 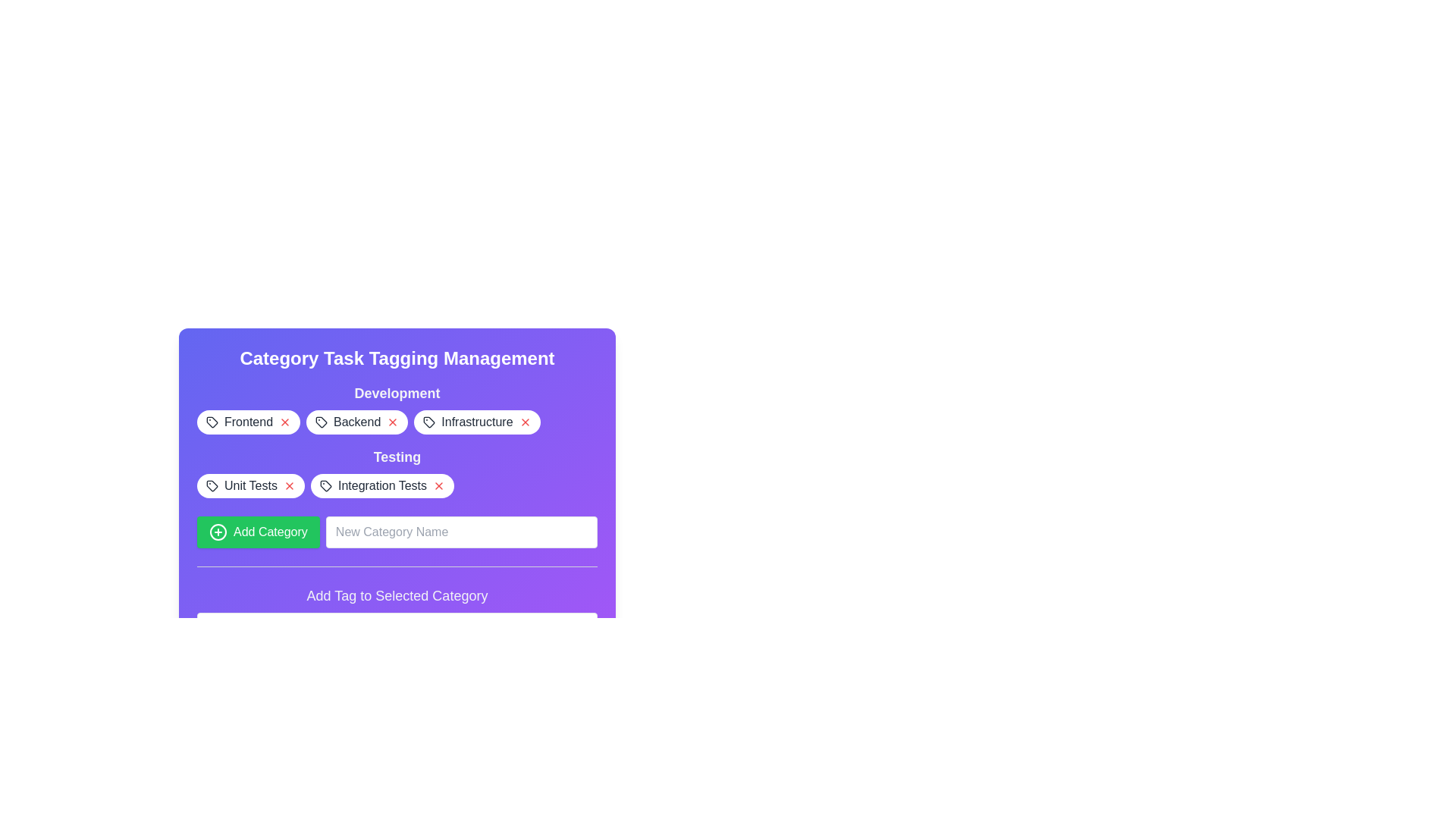 What do you see at coordinates (289, 485) in the screenshot?
I see `the small 'X' close/delete button located in the 'Testing' section next to the 'Unit Tests' tag` at bounding box center [289, 485].